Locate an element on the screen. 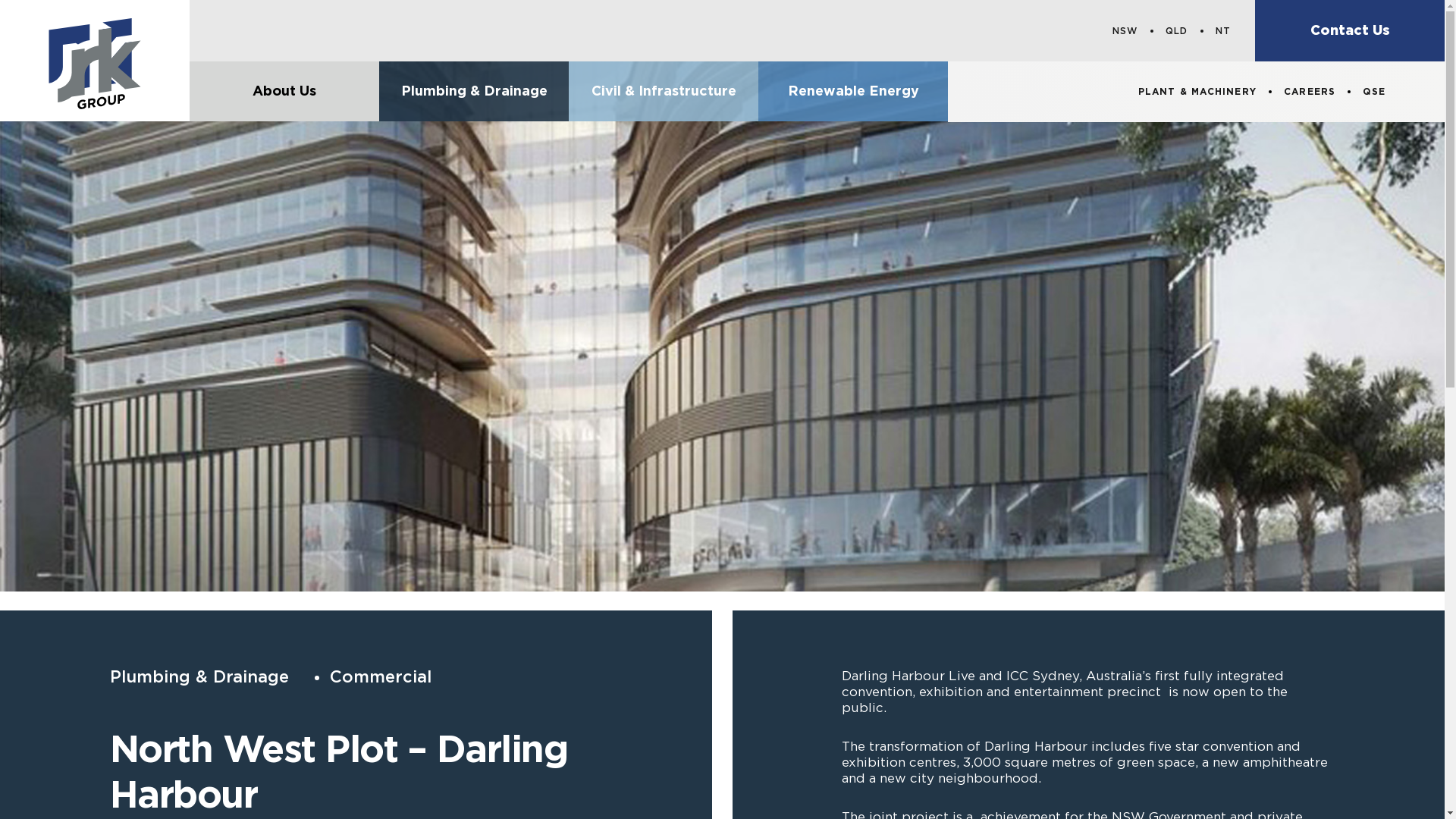 The width and height of the screenshot is (1456, 819). 'QLD' is located at coordinates (1175, 31).